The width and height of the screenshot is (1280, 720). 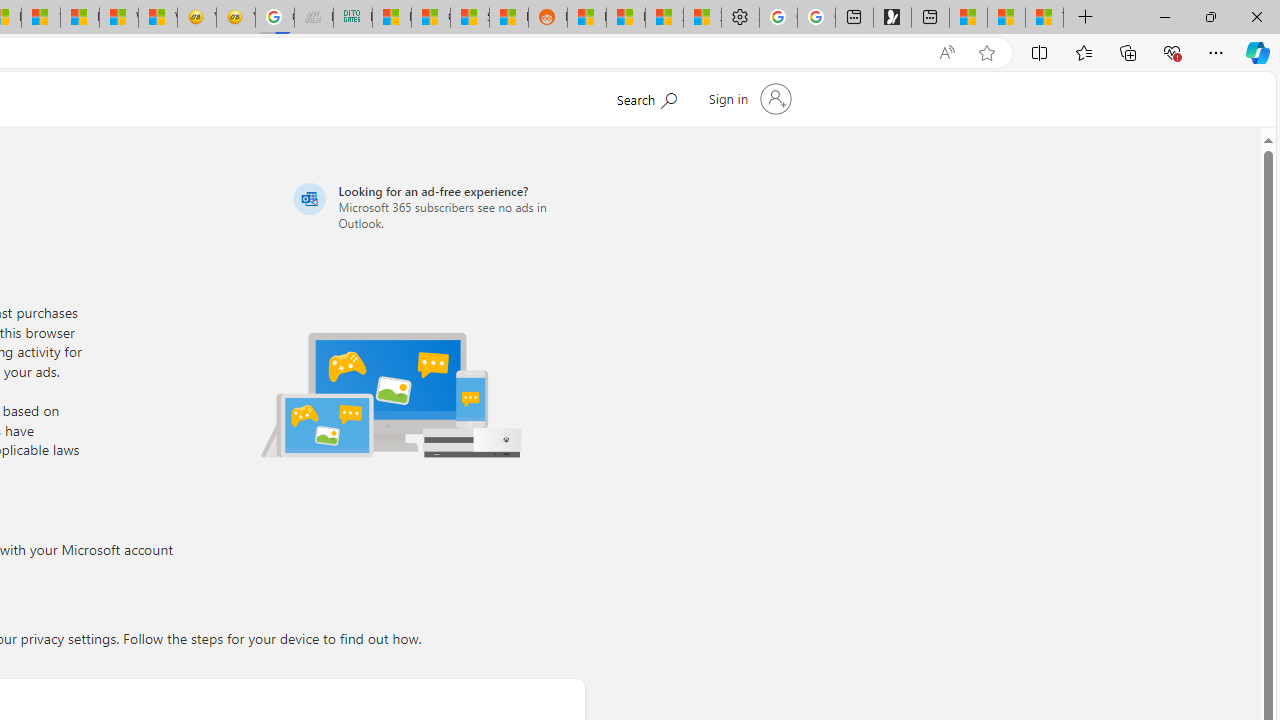 What do you see at coordinates (945, 52) in the screenshot?
I see `'Read aloud this page (Ctrl+Shift+U)'` at bounding box center [945, 52].